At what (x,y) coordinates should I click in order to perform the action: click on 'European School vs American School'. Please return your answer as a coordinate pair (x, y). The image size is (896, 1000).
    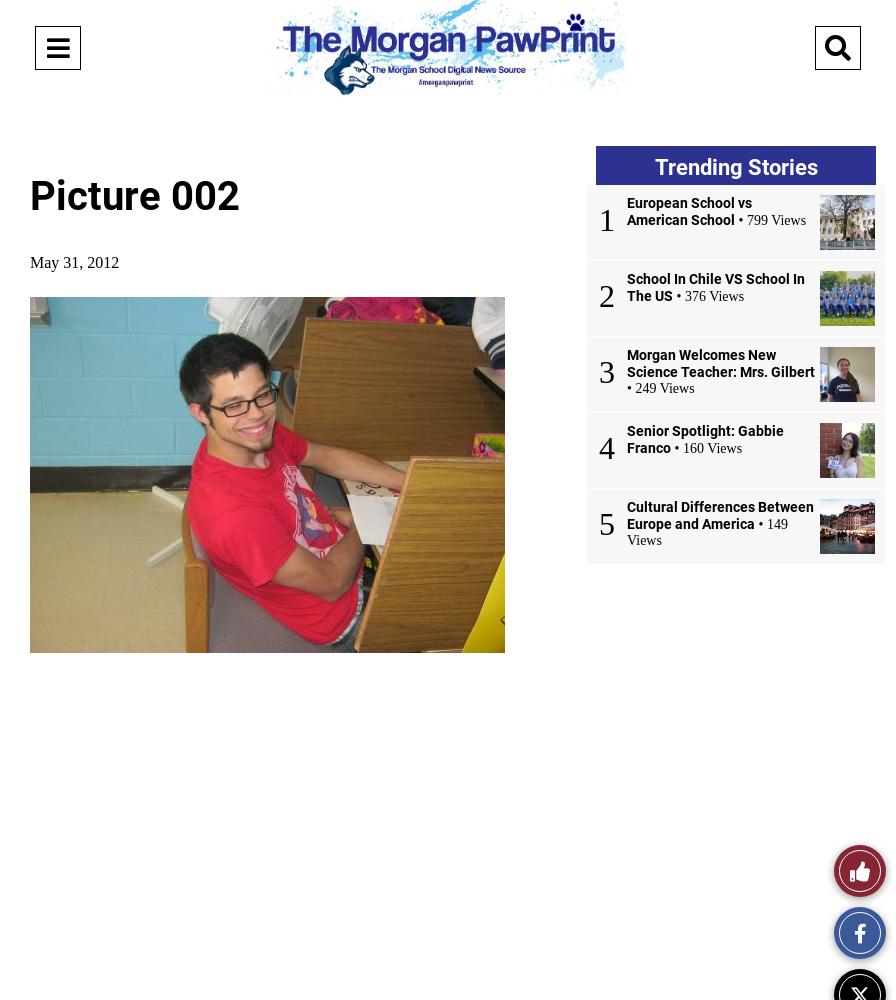
    Looking at the image, I should click on (627, 210).